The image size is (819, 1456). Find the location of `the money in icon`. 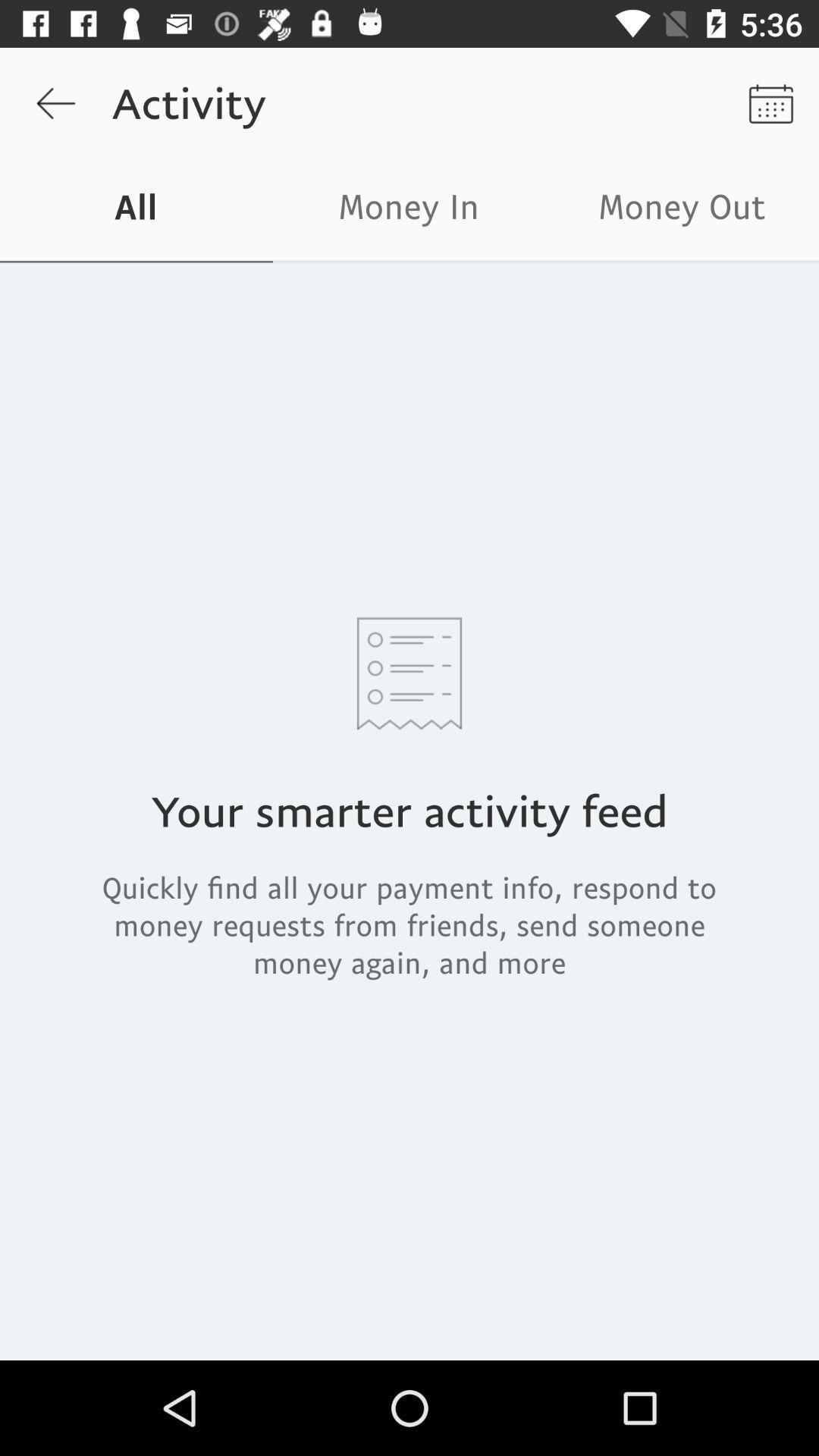

the money in icon is located at coordinates (409, 210).